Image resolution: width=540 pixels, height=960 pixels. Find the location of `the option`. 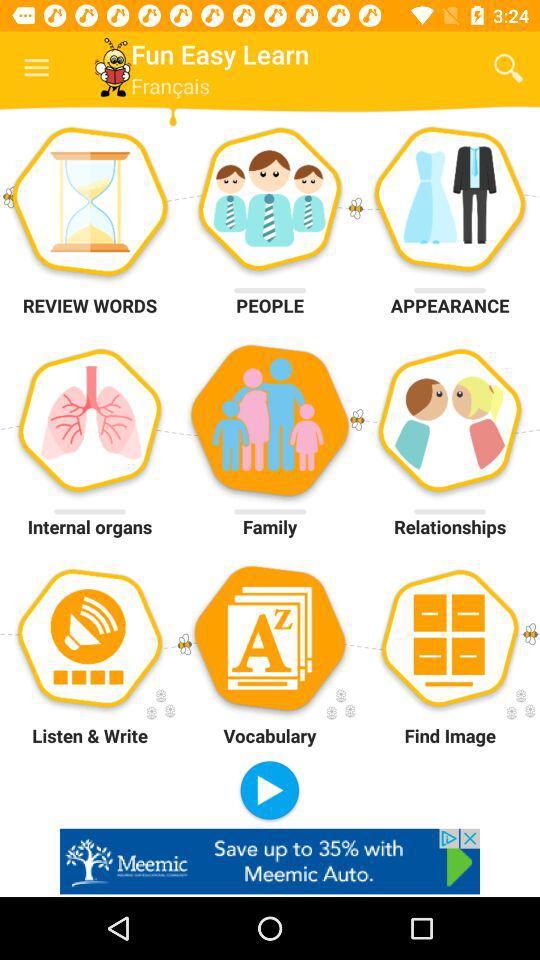

the option is located at coordinates (270, 860).